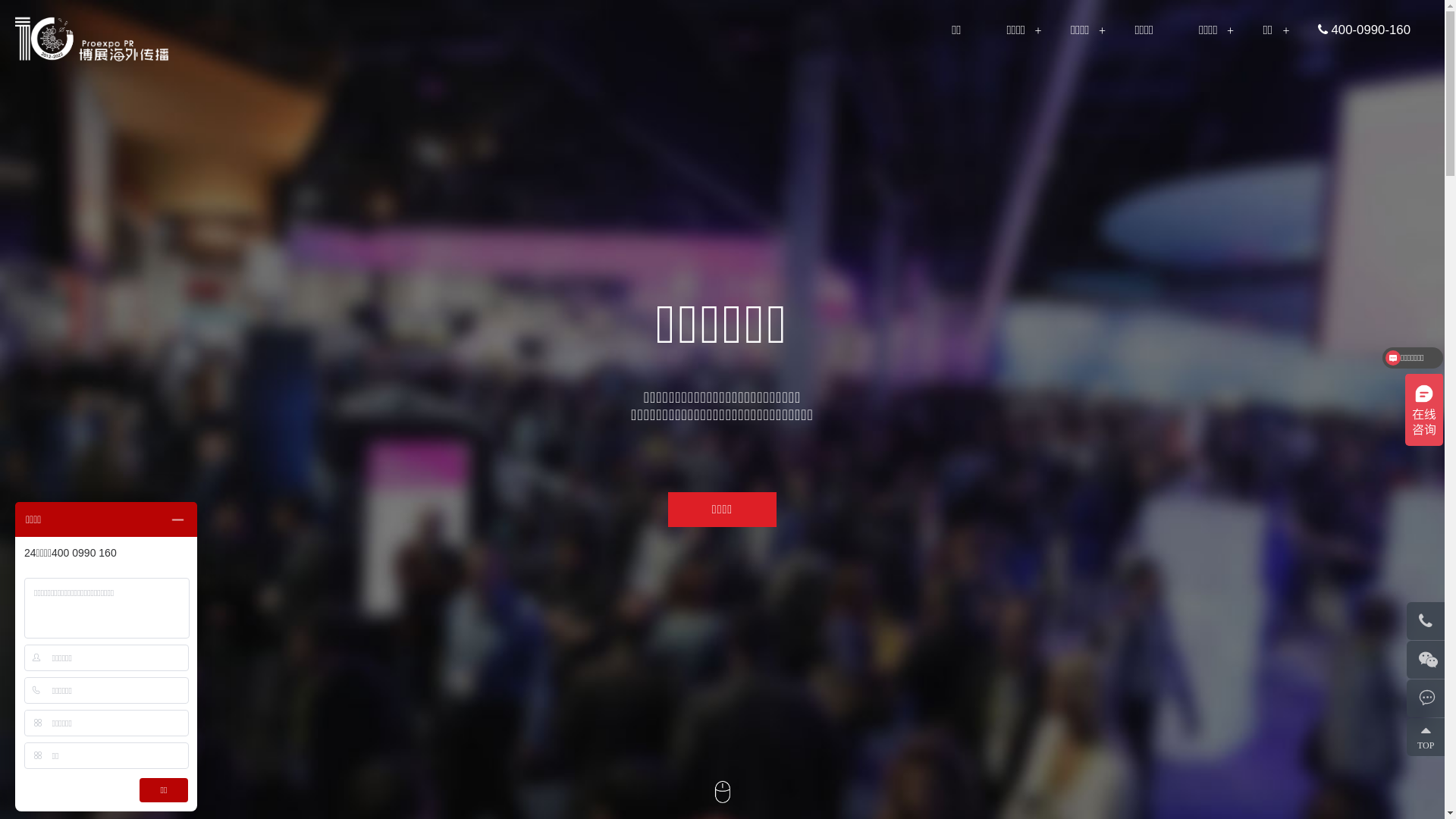  Describe the element at coordinates (1429, 736) in the screenshot. I see `'TOP'` at that location.